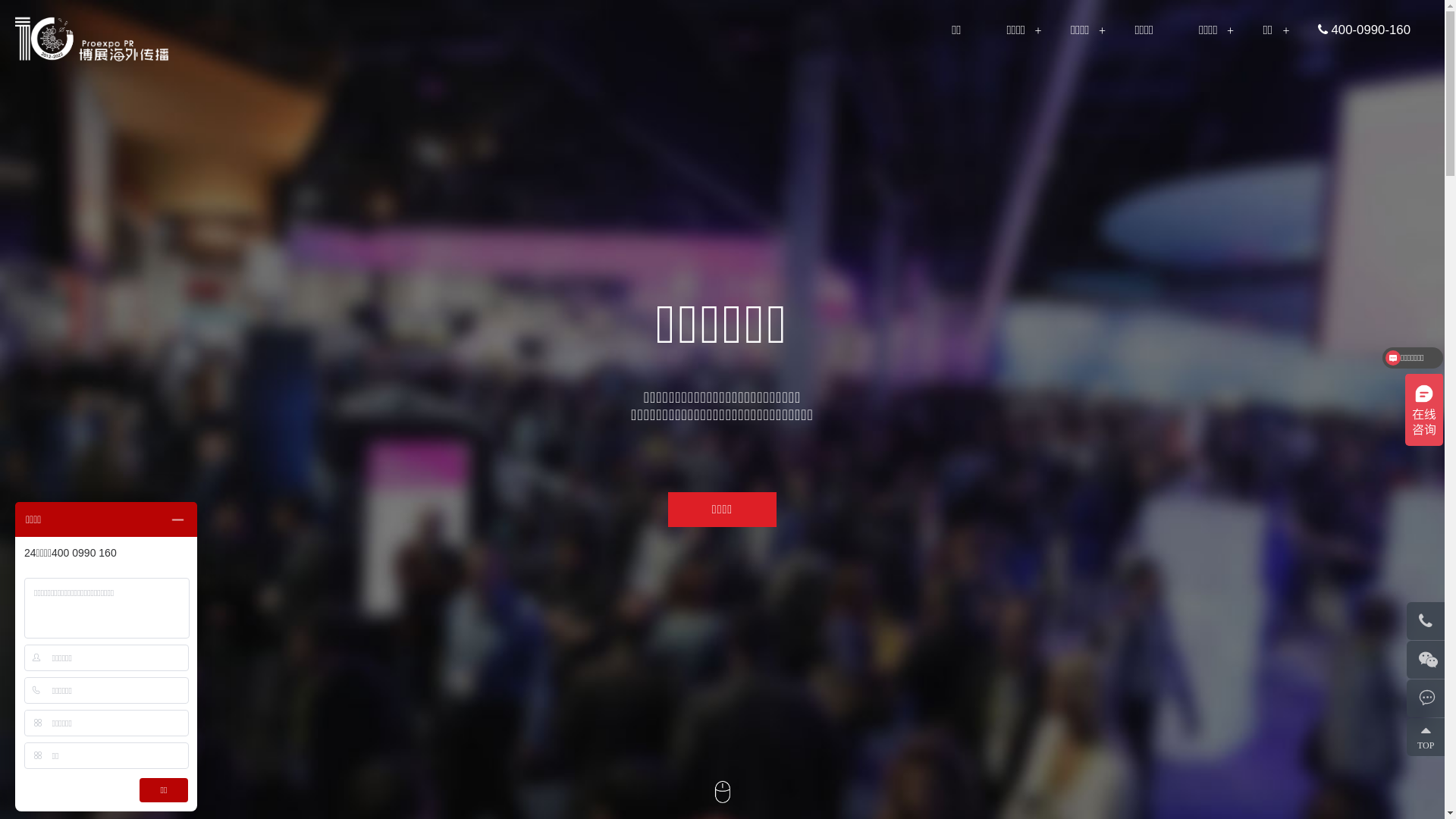  Describe the element at coordinates (1429, 736) in the screenshot. I see `'TOP'` at that location.